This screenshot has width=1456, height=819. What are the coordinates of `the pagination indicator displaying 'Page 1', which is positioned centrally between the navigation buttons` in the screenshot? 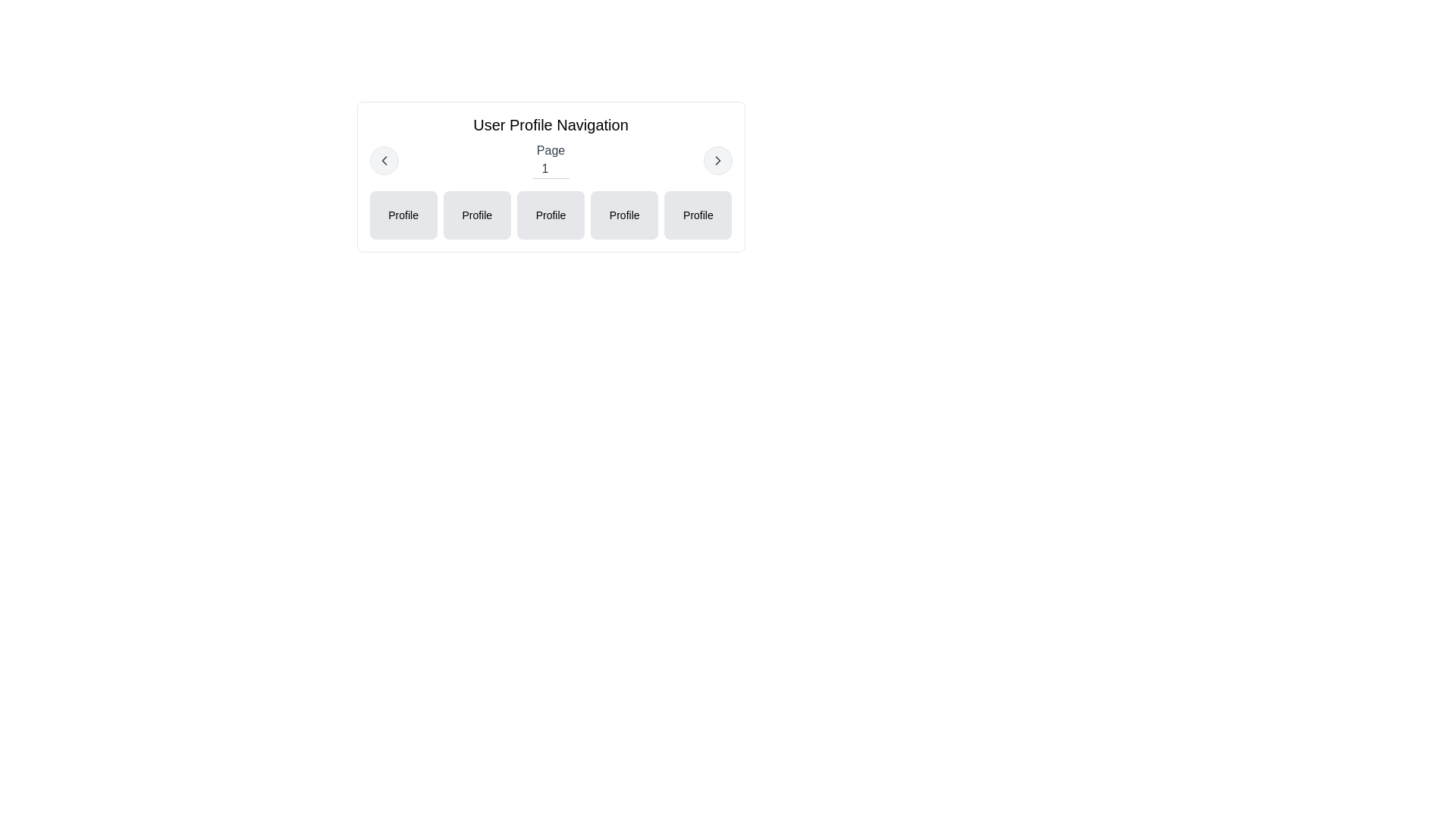 It's located at (550, 160).